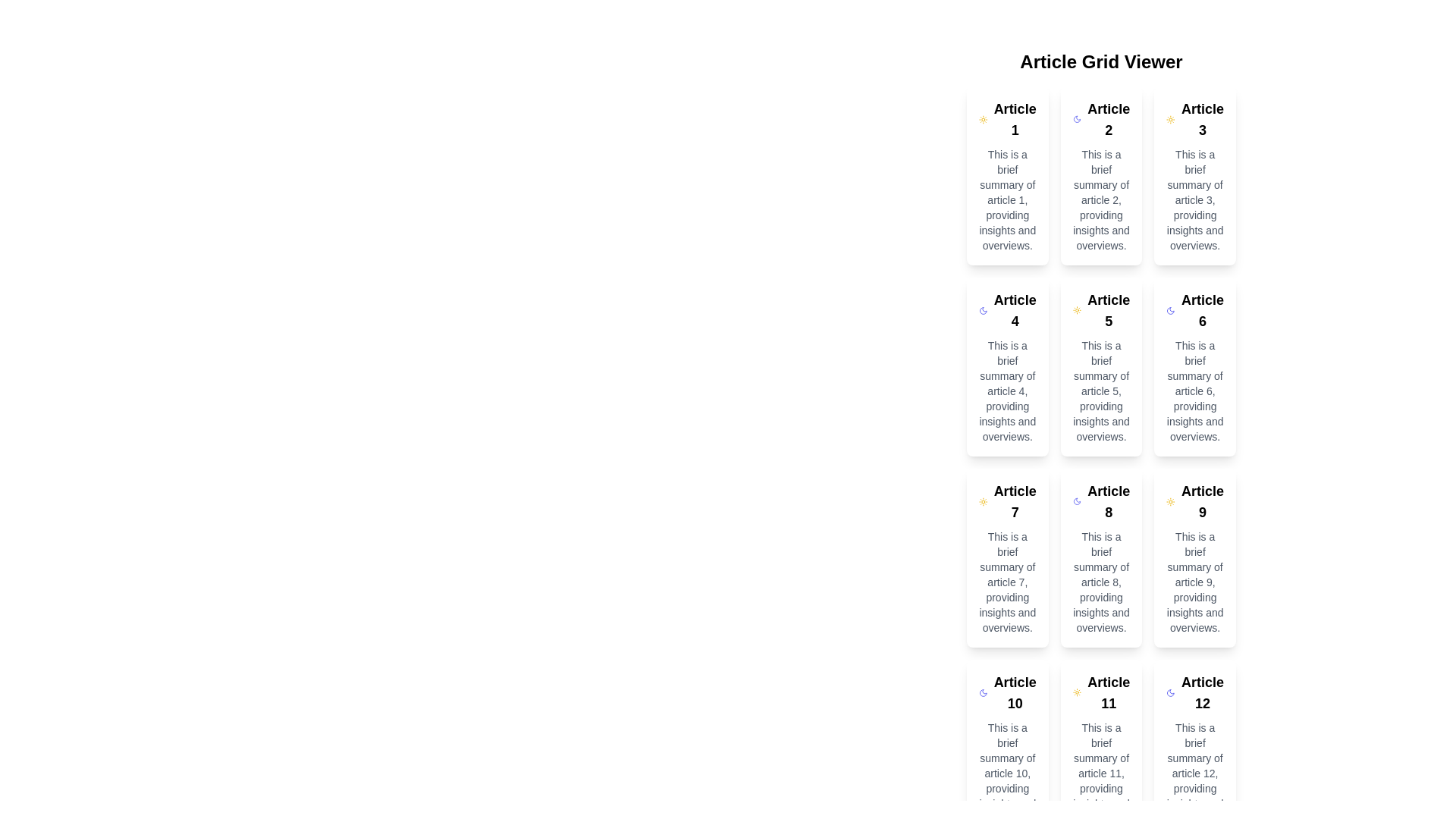  I want to click on the 'Article 3' card located in the top right corner of the article grid viewer, so click(1194, 174).